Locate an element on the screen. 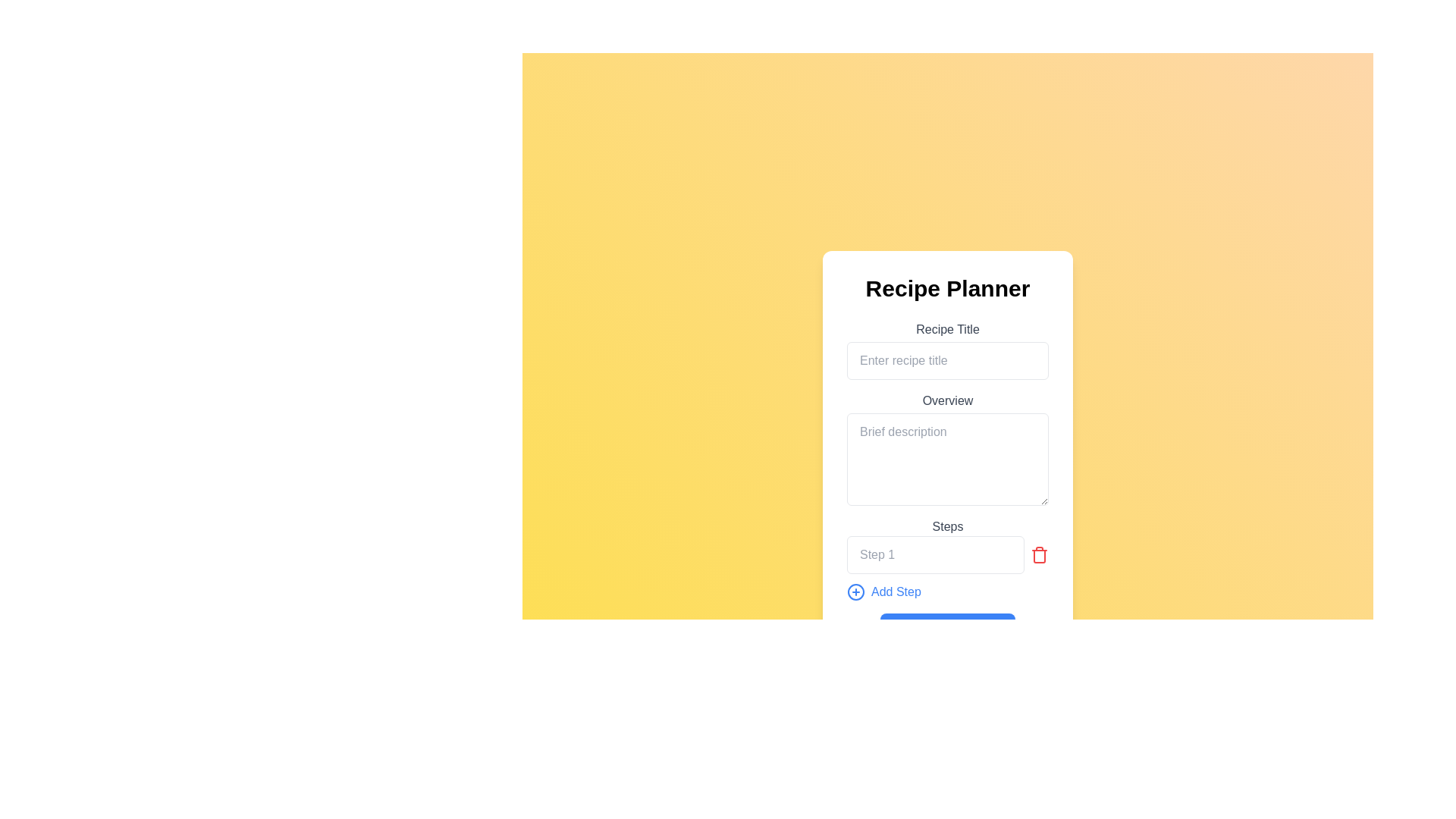 This screenshot has height=819, width=1456. the circular '+' icon within the 'Add Step' button located towards the bottom center of the interface, aligned to the left of the 'Add Step' text is located at coordinates (855, 590).